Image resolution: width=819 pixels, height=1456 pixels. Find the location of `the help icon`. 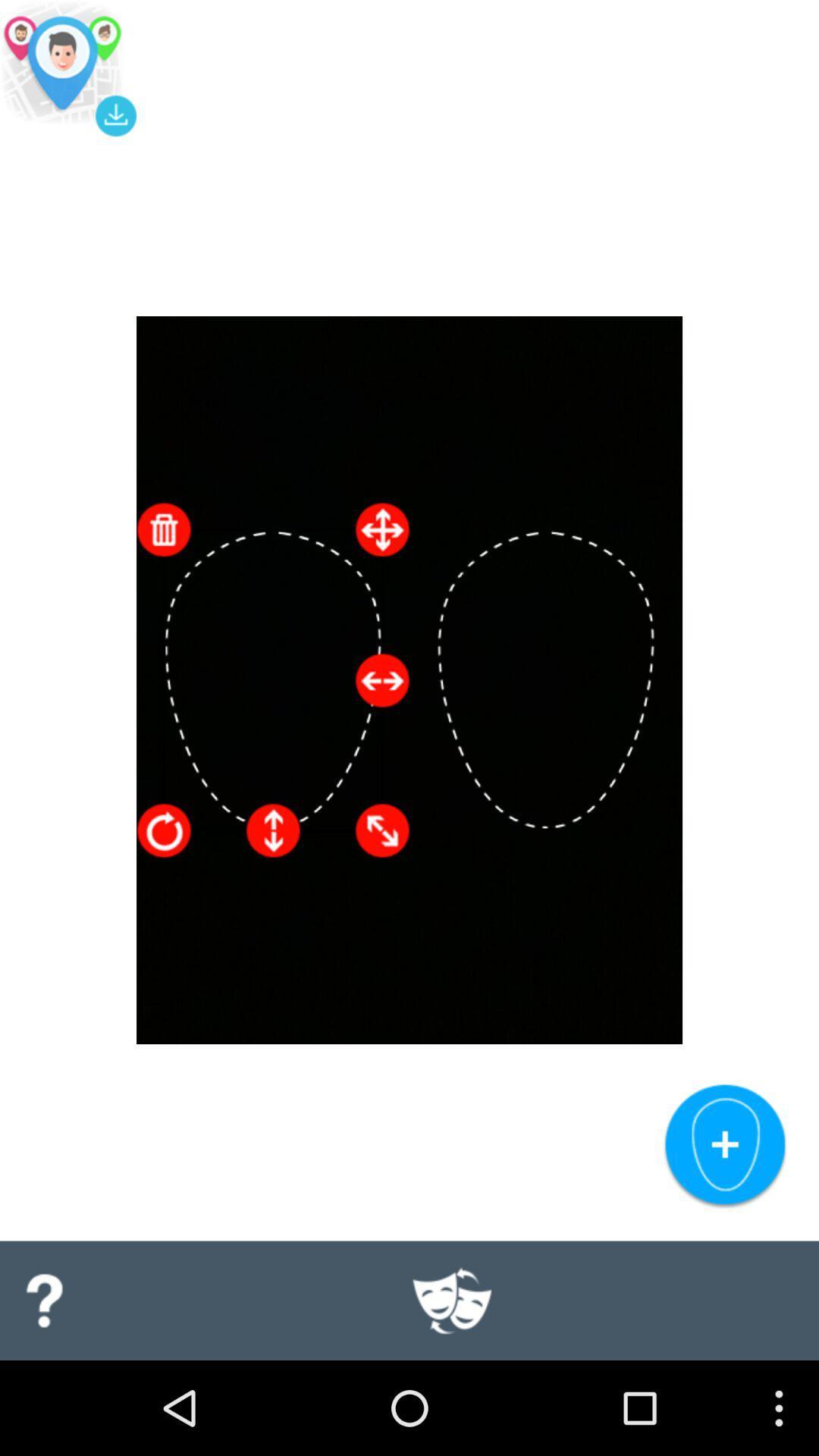

the help icon is located at coordinates (42, 1392).